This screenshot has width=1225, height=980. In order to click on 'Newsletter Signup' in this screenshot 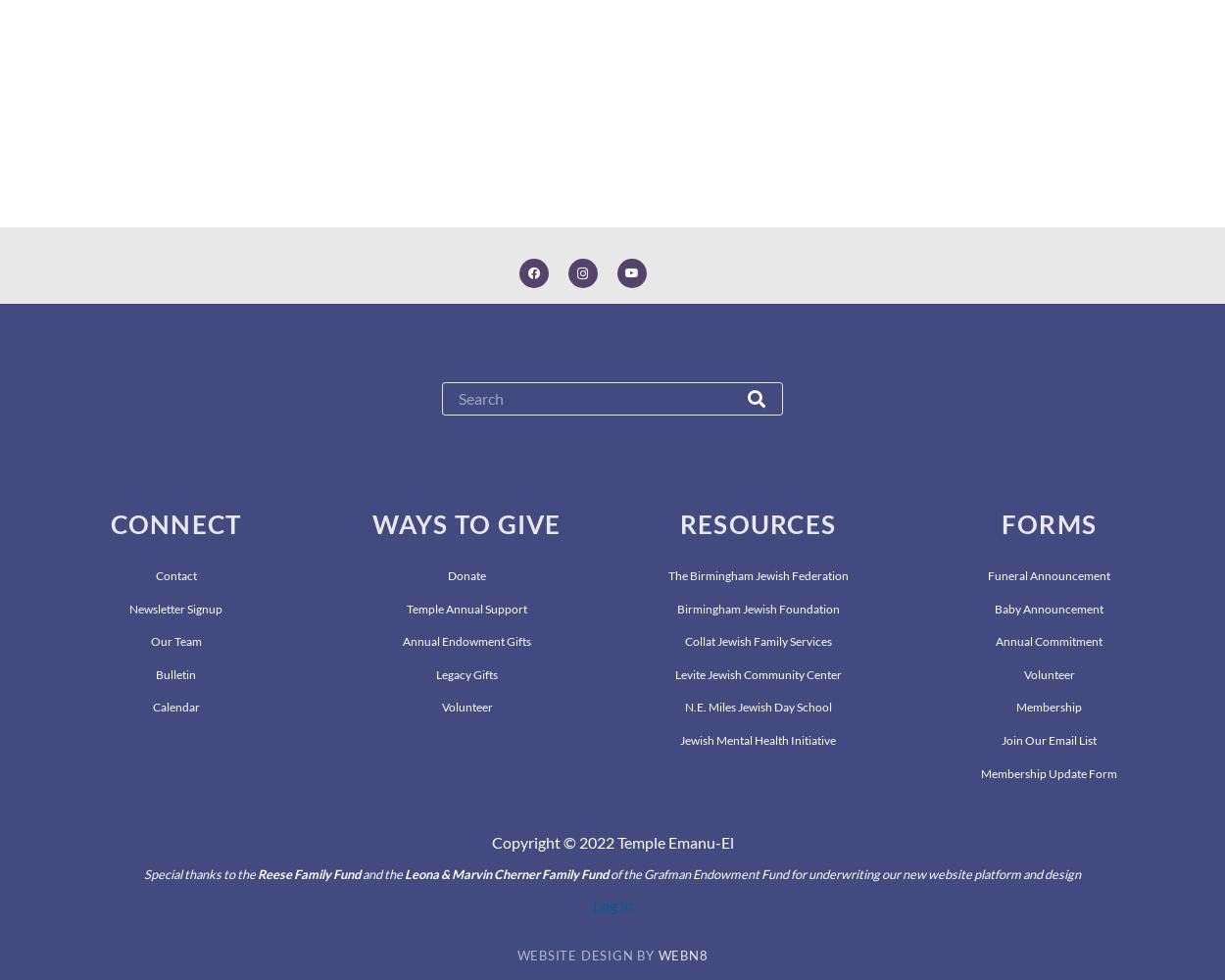, I will do `click(175, 607)`.